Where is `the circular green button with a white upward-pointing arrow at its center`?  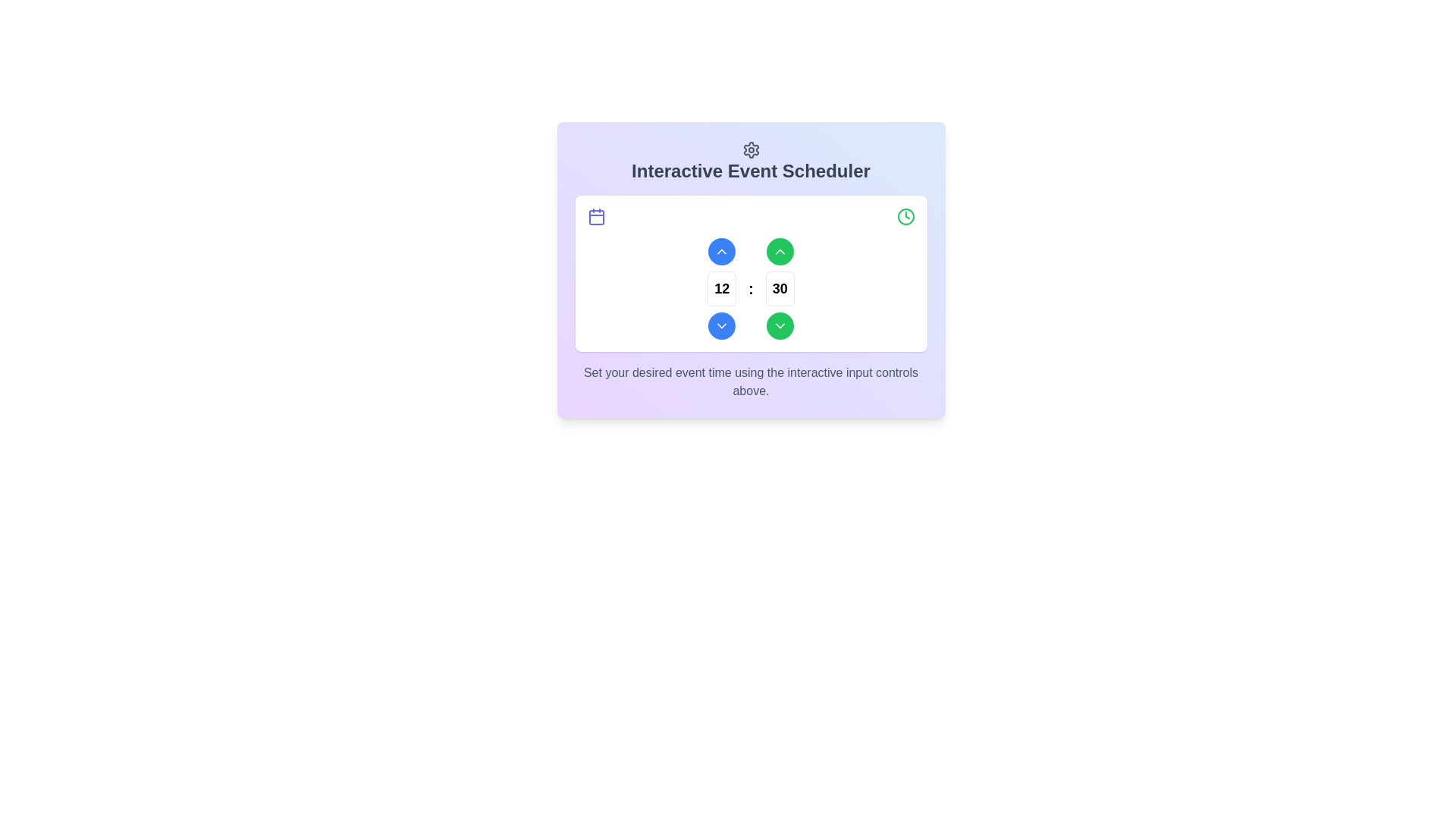
the circular green button with a white upward-pointing arrow at its center is located at coordinates (780, 250).